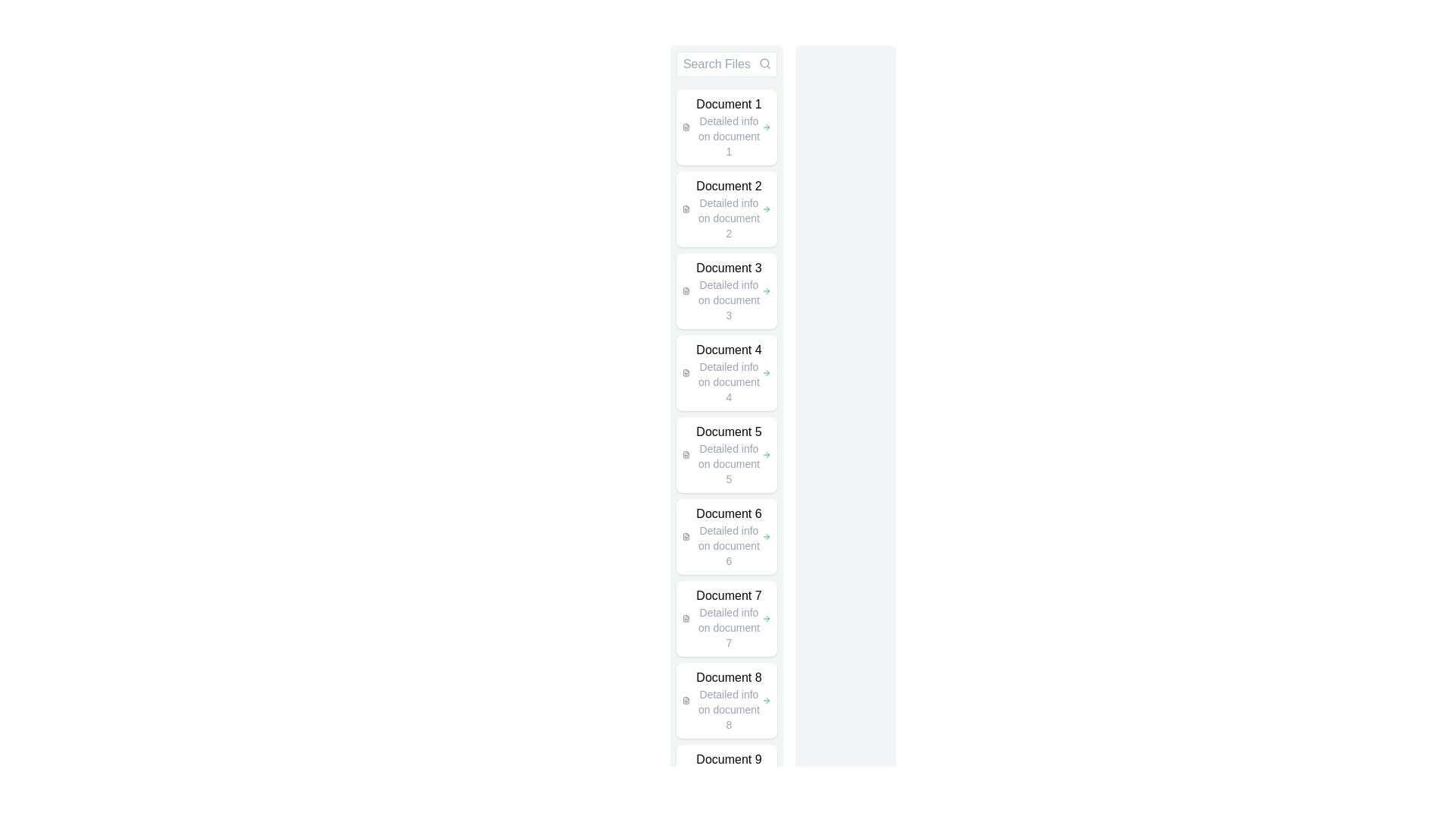 Image resolution: width=1456 pixels, height=819 pixels. What do you see at coordinates (764, 63) in the screenshot?
I see `the search icon located at the top-right of the 'Search Files' input field, which visually represents the search action` at bounding box center [764, 63].